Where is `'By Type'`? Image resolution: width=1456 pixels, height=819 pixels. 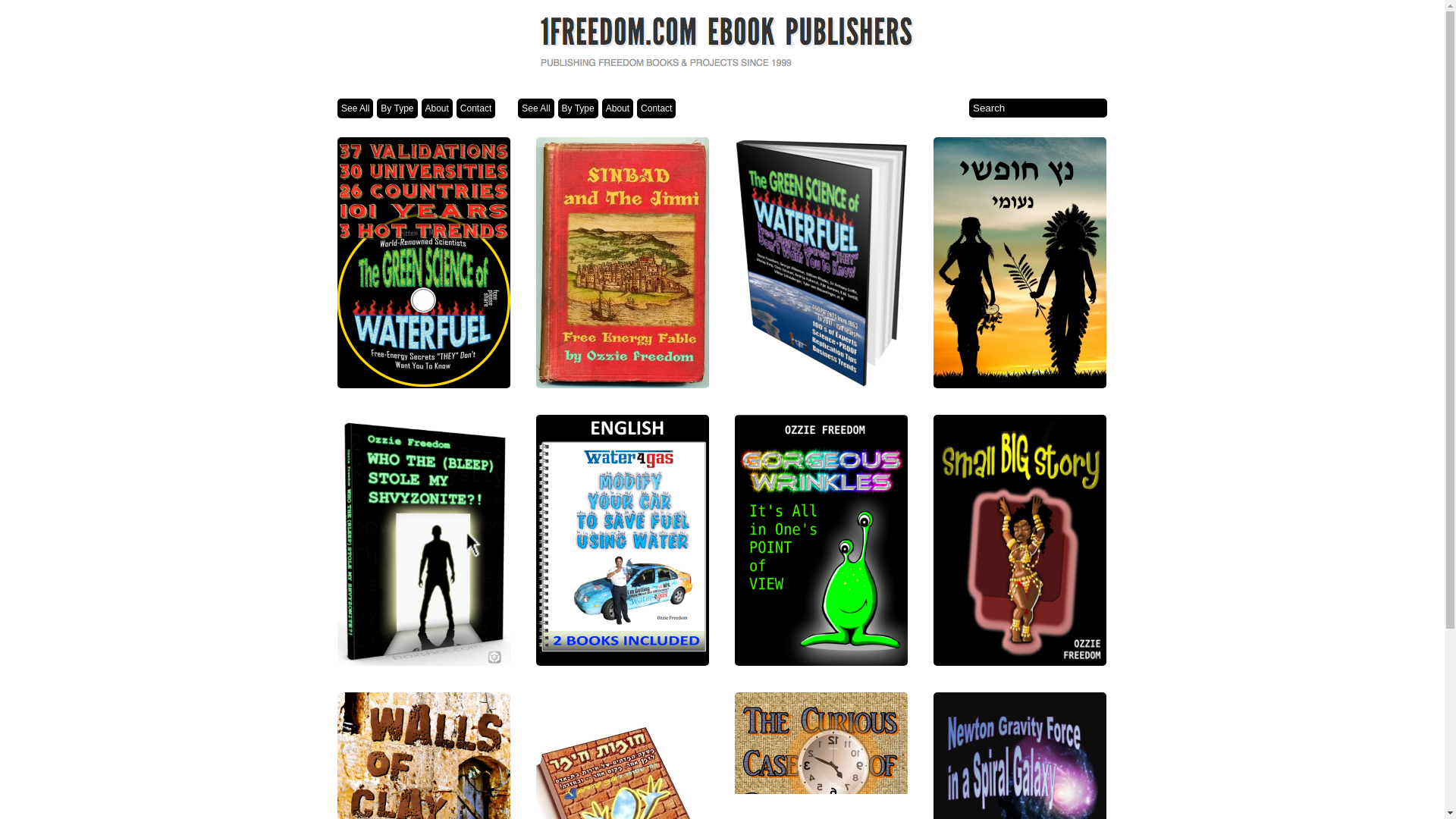
'By Type' is located at coordinates (397, 107).